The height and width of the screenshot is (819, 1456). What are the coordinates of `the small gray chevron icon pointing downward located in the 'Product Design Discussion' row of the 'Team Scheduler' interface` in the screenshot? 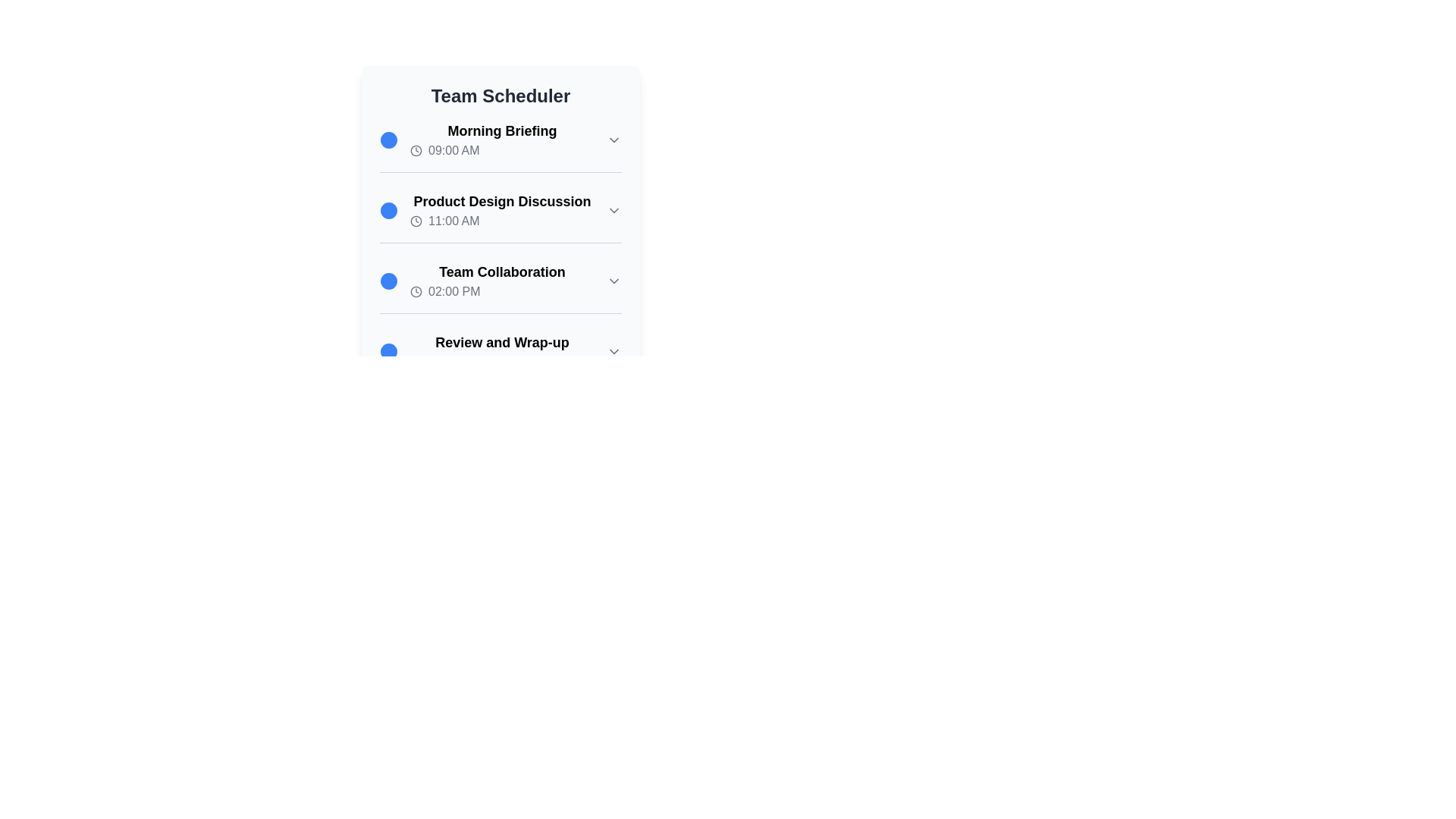 It's located at (614, 210).